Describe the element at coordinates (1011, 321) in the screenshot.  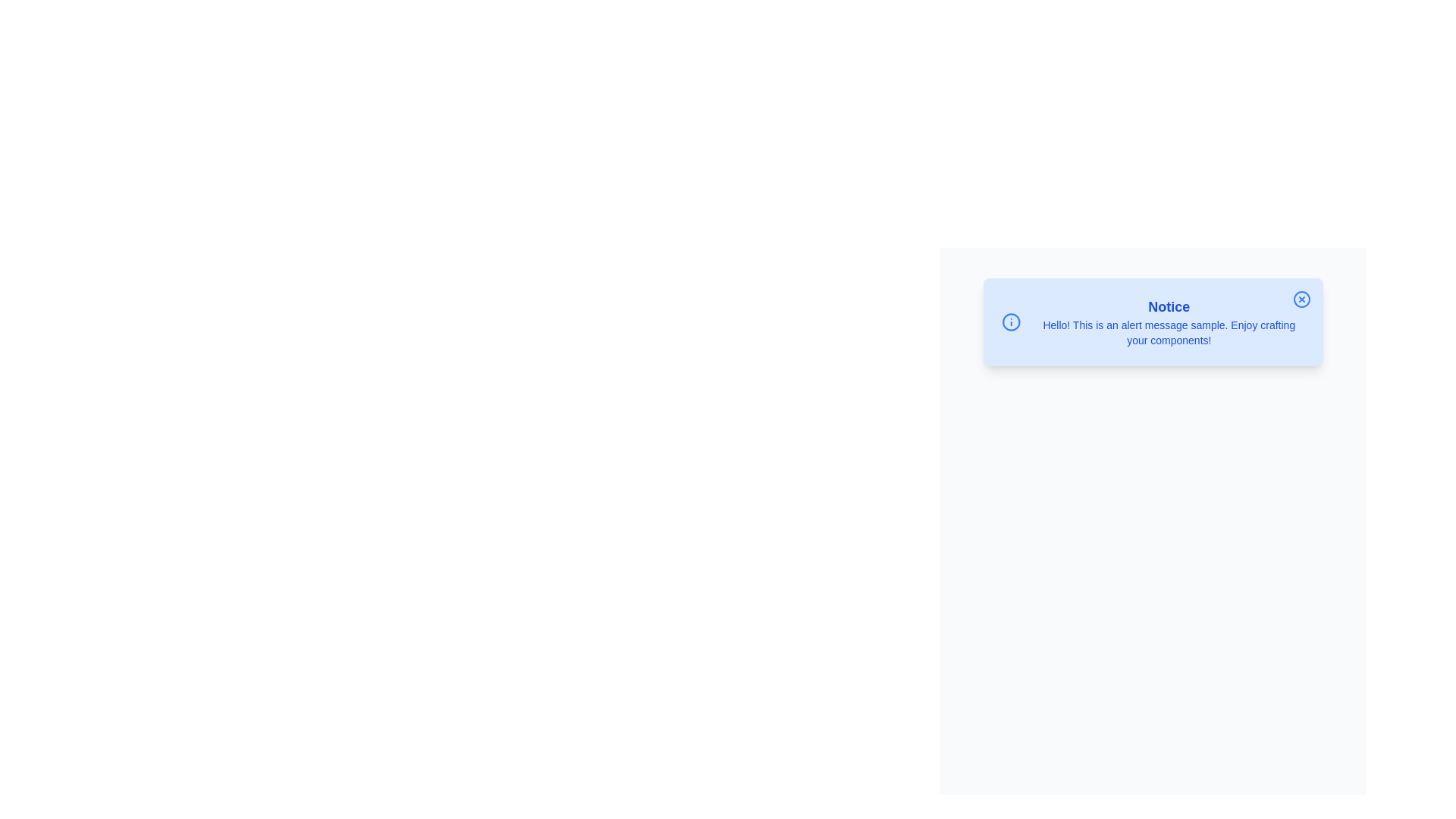
I see `the information or alert icon located to the left of the notification message titled 'Notice' with the message body` at that location.